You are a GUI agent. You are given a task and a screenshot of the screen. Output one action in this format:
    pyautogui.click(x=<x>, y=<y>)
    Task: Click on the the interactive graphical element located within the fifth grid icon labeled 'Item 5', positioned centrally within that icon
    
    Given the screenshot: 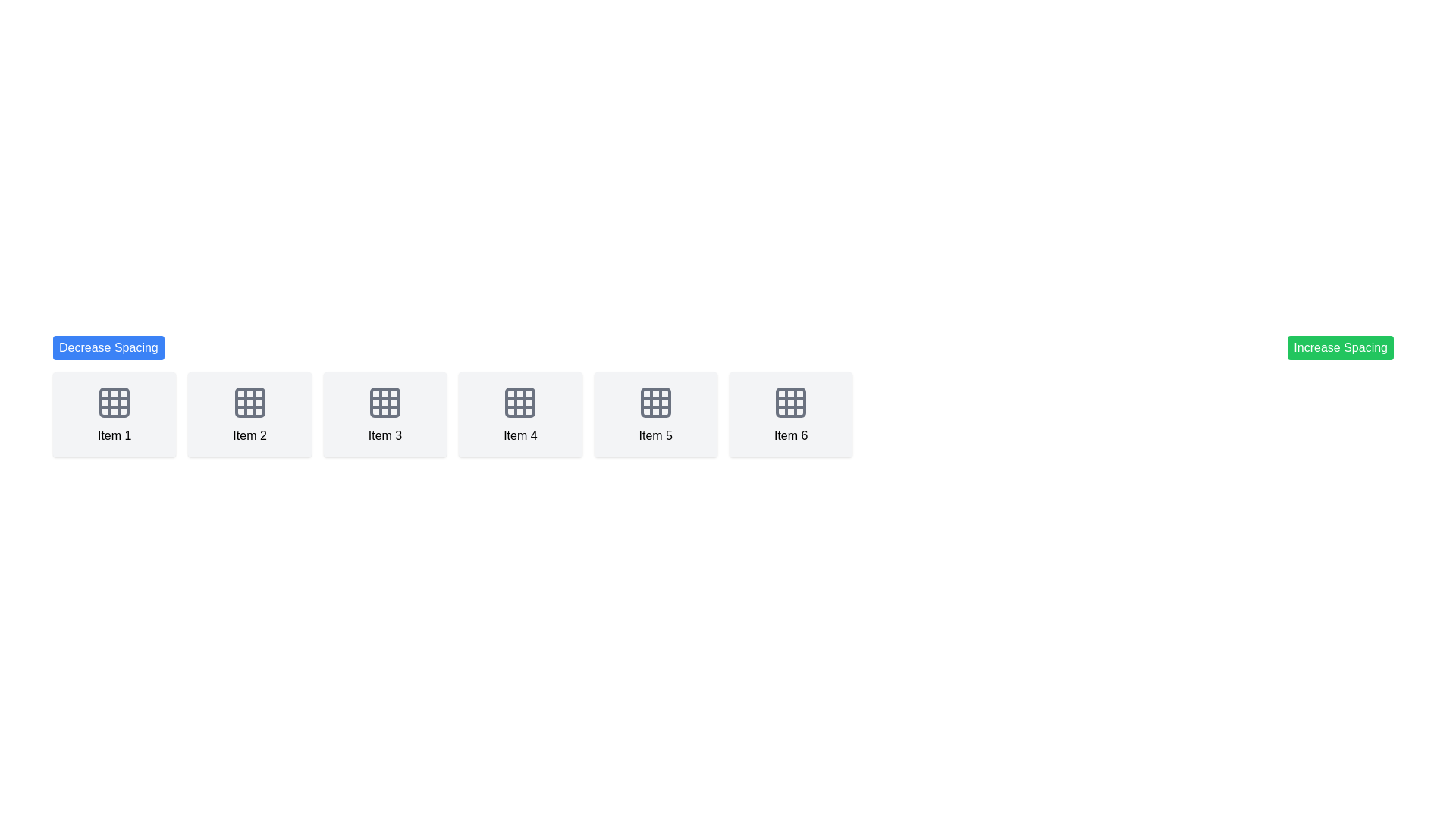 What is the action you would take?
    pyautogui.click(x=655, y=402)
    